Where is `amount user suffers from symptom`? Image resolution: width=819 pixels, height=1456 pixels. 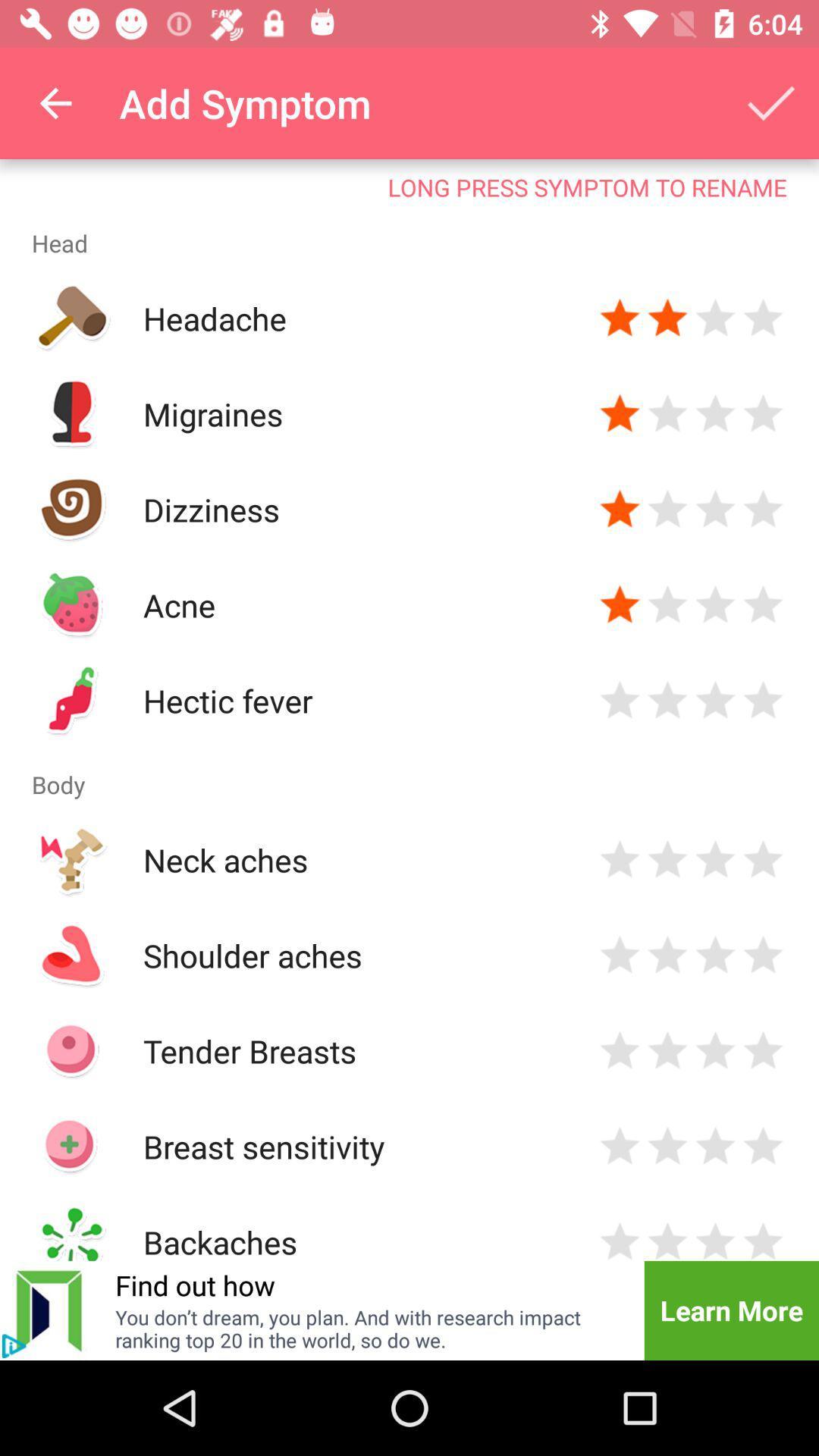 amount user suffers from symptom is located at coordinates (620, 604).